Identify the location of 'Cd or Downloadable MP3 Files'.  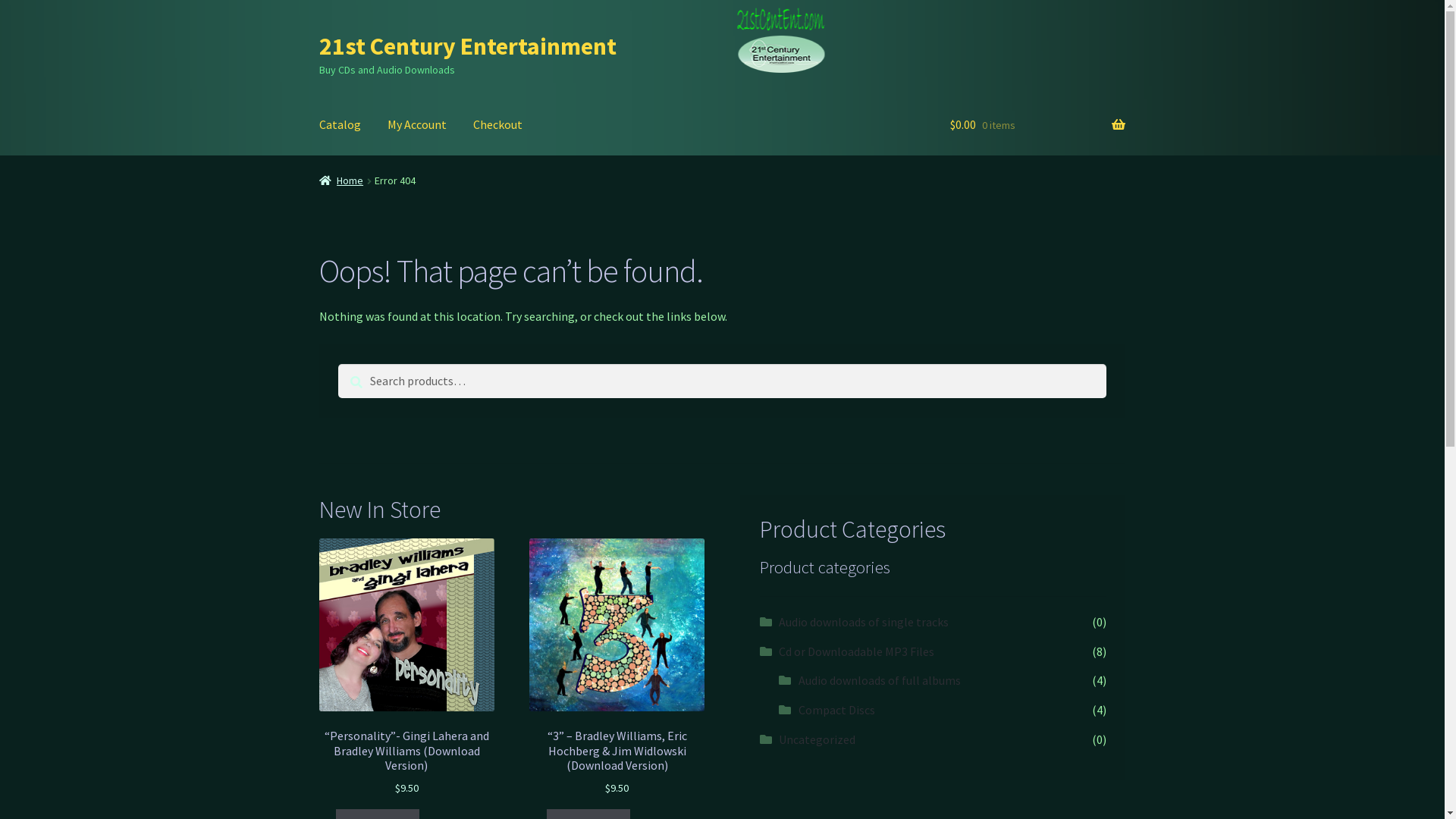
(779, 651).